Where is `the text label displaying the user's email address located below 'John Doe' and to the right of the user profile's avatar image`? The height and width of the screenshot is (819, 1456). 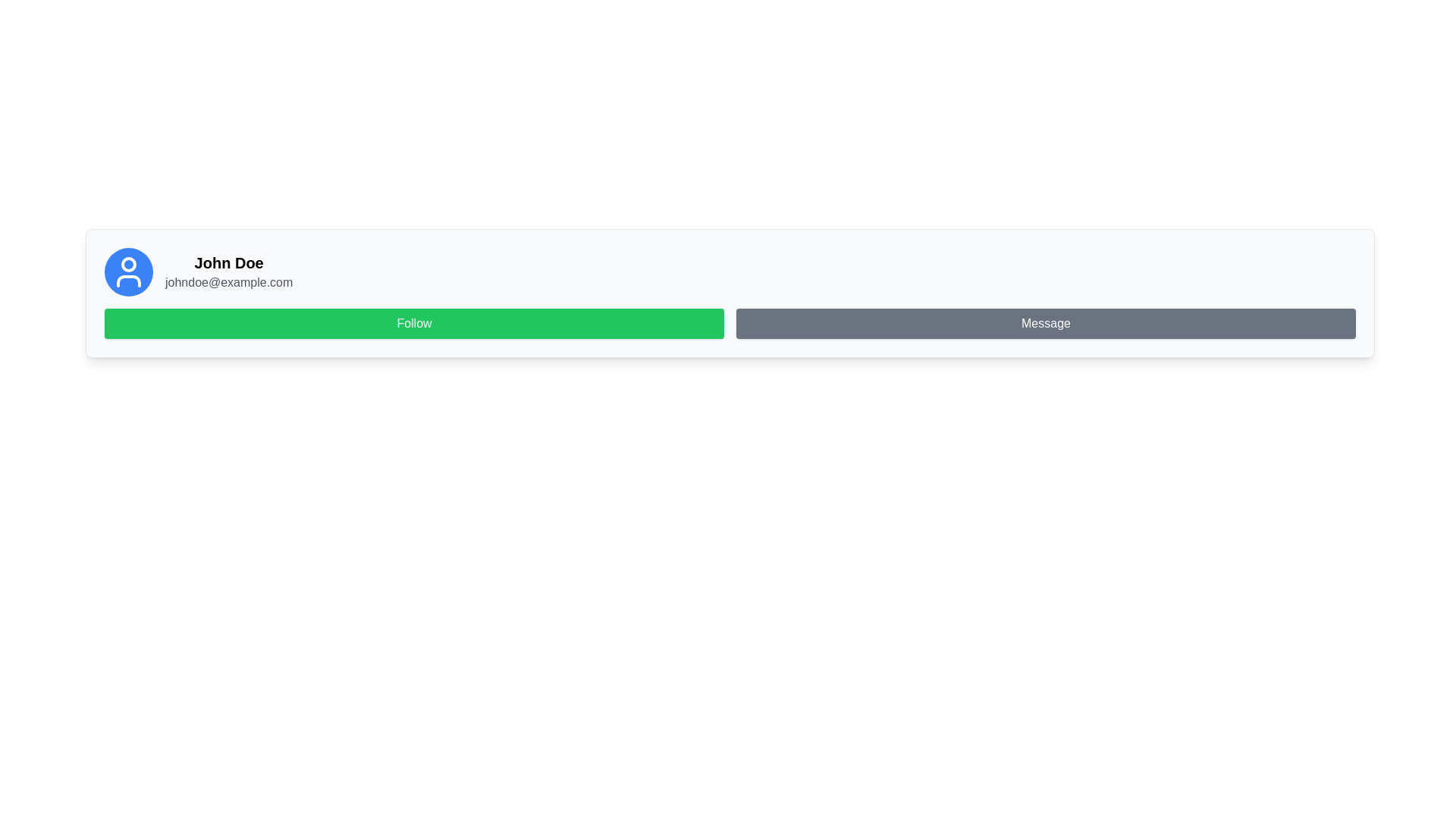 the text label displaying the user's email address located below 'John Doe' and to the right of the user profile's avatar image is located at coordinates (228, 283).